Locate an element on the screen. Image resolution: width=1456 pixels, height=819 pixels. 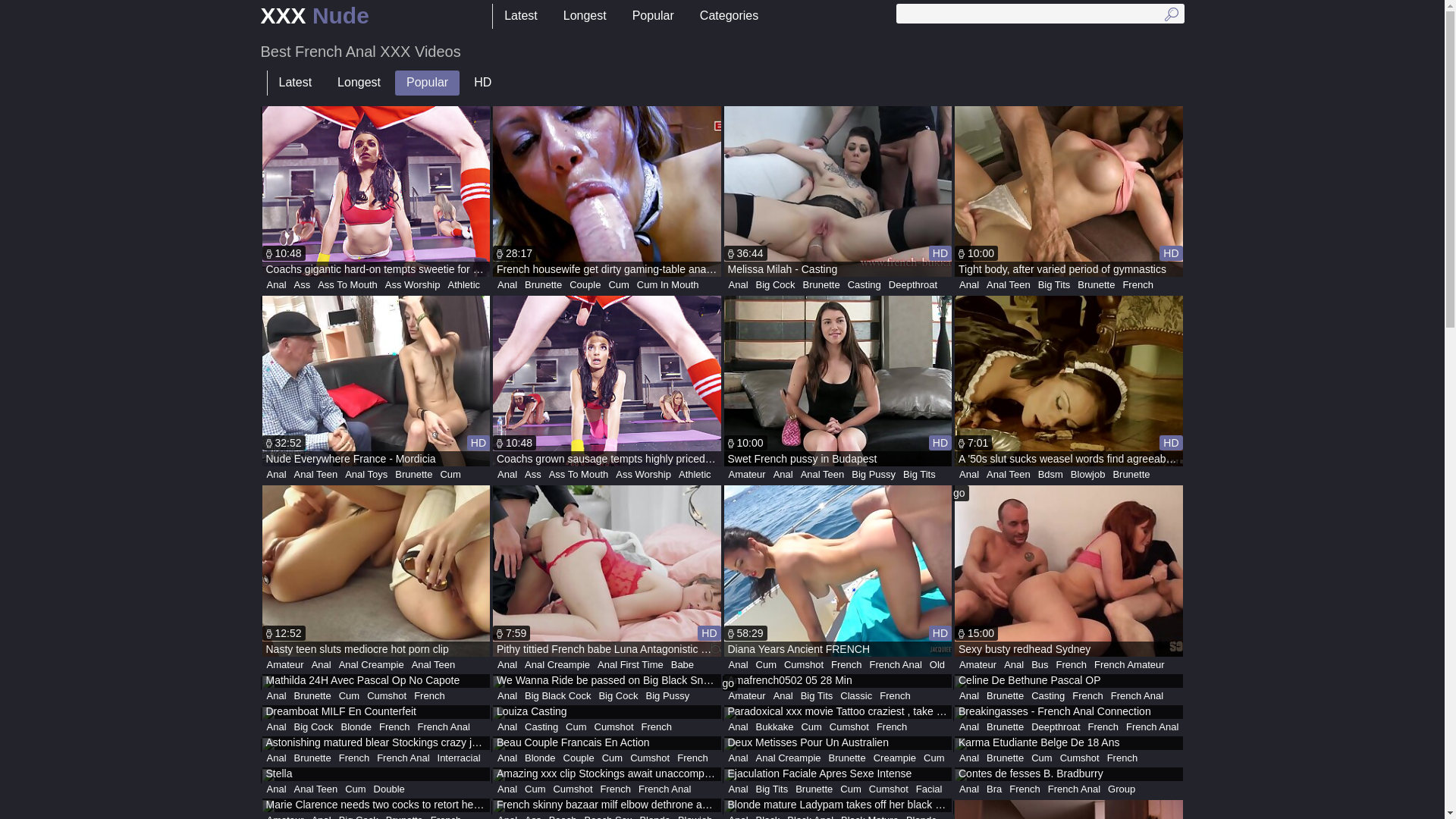
'Deepthroat' is located at coordinates (912, 284).